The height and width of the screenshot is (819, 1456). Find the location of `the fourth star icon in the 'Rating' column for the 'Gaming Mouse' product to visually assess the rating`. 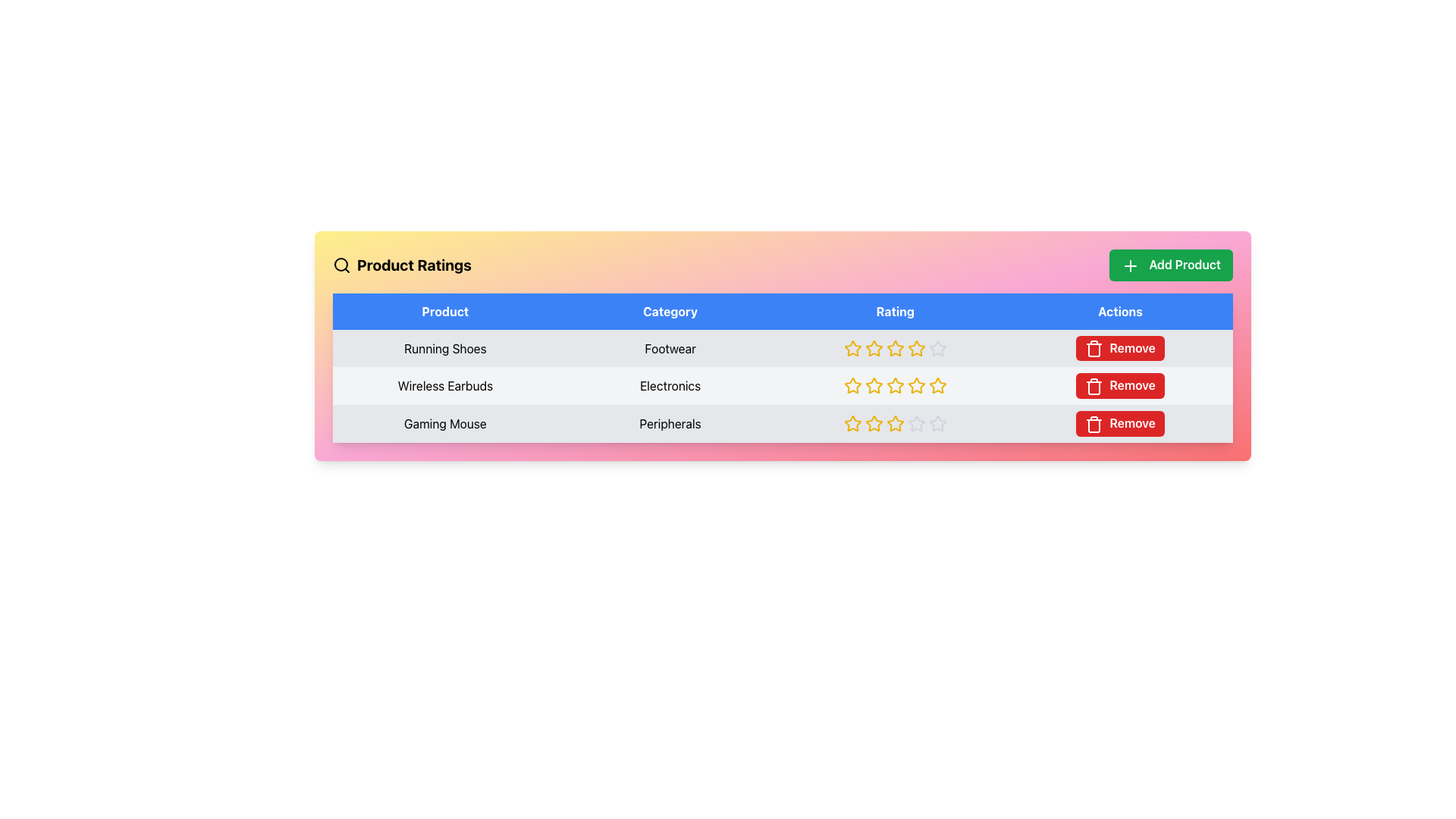

the fourth star icon in the 'Rating' column for the 'Gaming Mouse' product to visually assess the rating is located at coordinates (895, 424).